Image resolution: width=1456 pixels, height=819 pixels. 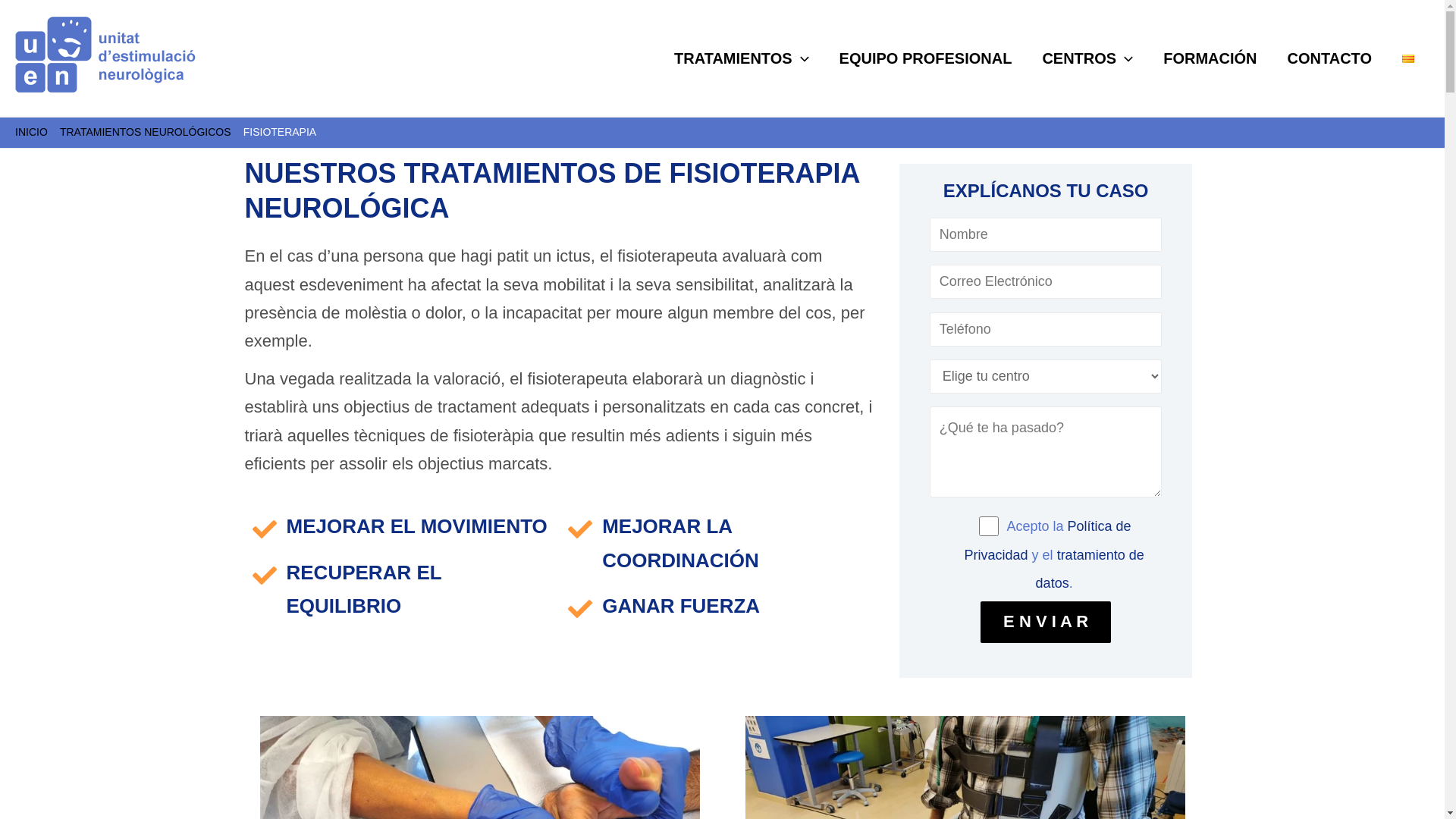 I want to click on 'CENTROS', so click(x=1087, y=58).